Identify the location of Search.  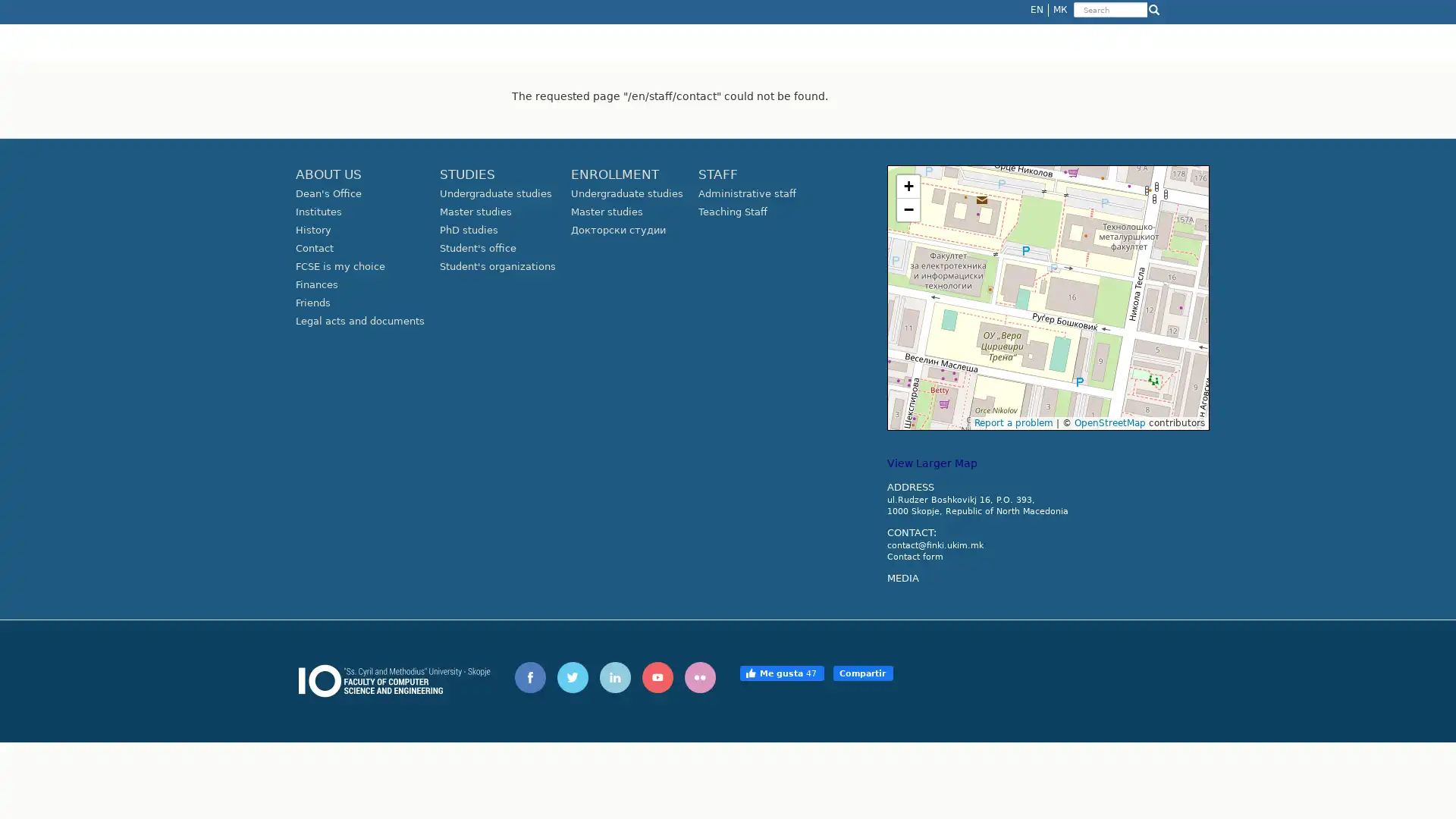
(1074, 20).